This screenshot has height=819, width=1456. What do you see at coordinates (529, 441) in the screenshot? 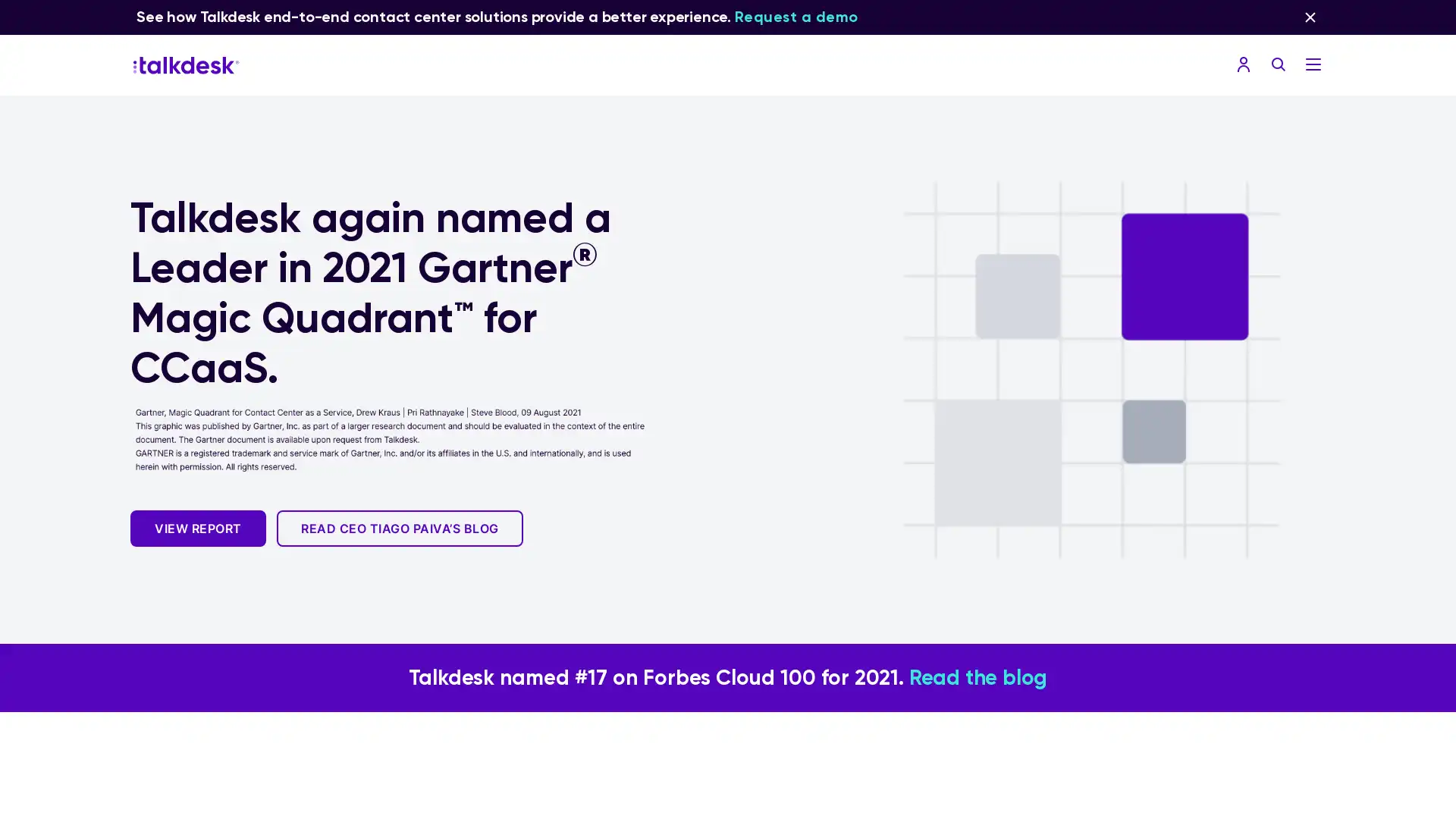
I see `Vendorlist` at bounding box center [529, 441].